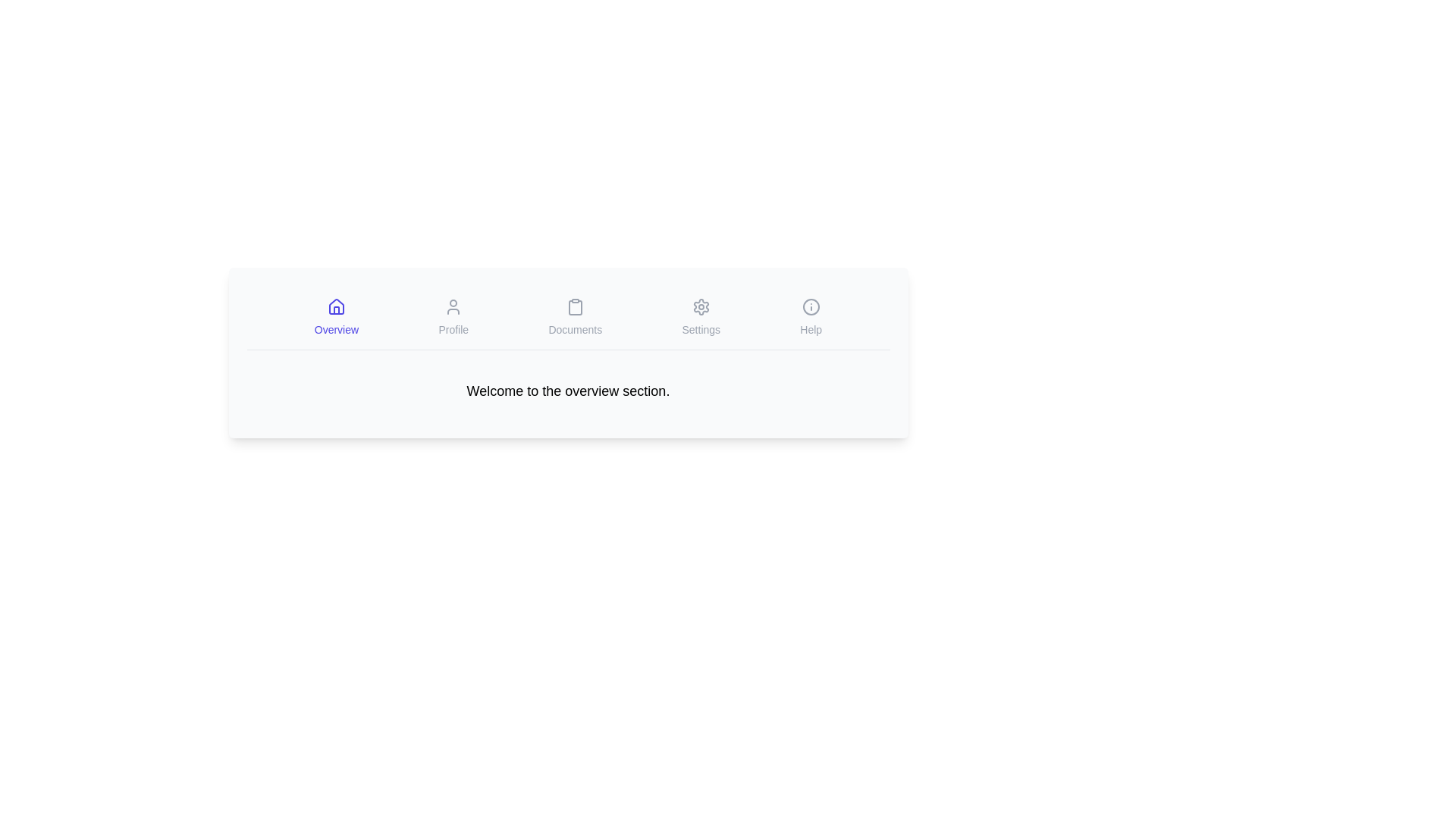  What do you see at coordinates (453, 307) in the screenshot?
I see `the user silhouette vector graphic icon in the bottom menu bar` at bounding box center [453, 307].